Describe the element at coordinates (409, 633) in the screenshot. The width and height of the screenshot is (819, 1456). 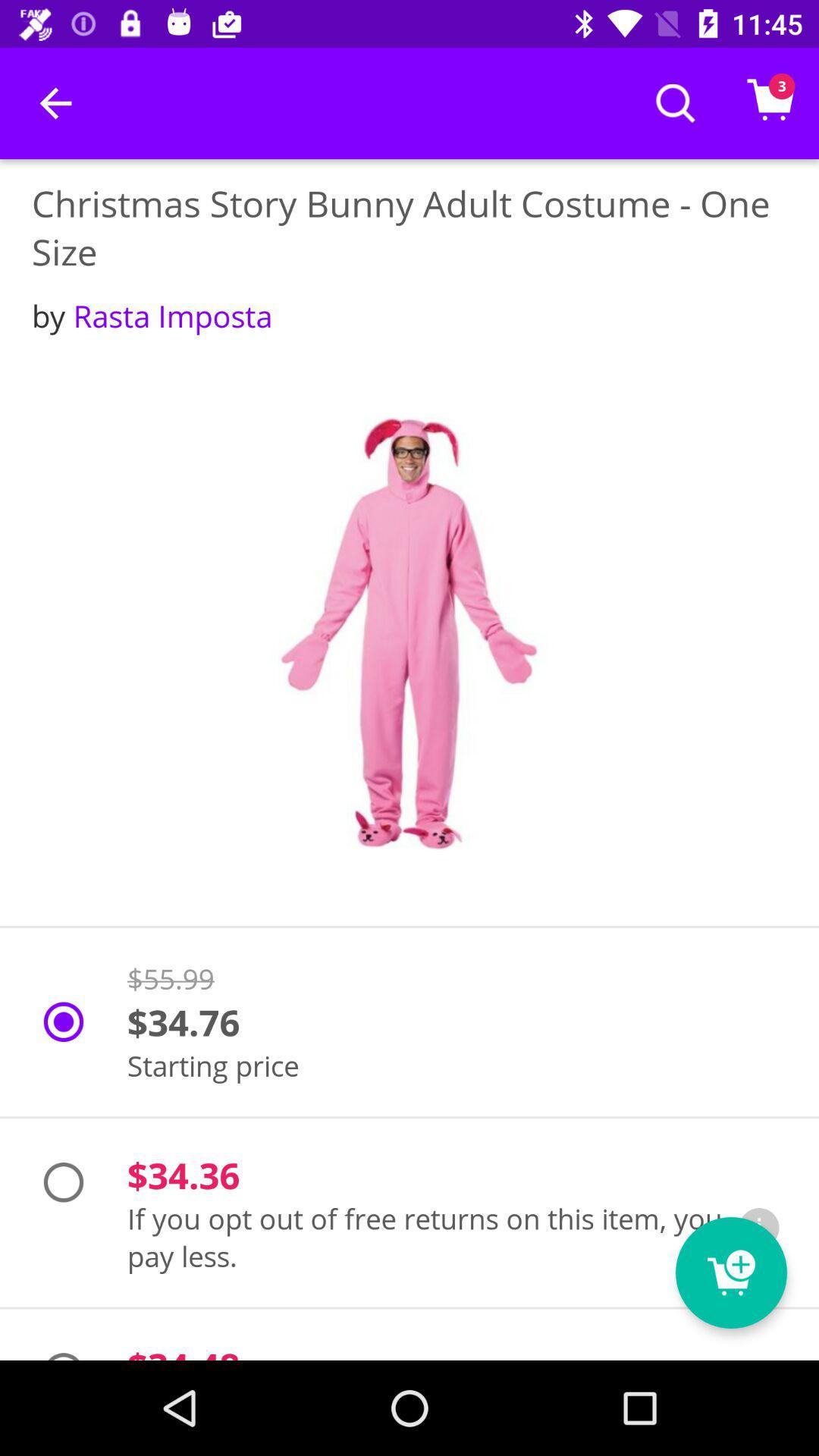
I see `display picture` at that location.